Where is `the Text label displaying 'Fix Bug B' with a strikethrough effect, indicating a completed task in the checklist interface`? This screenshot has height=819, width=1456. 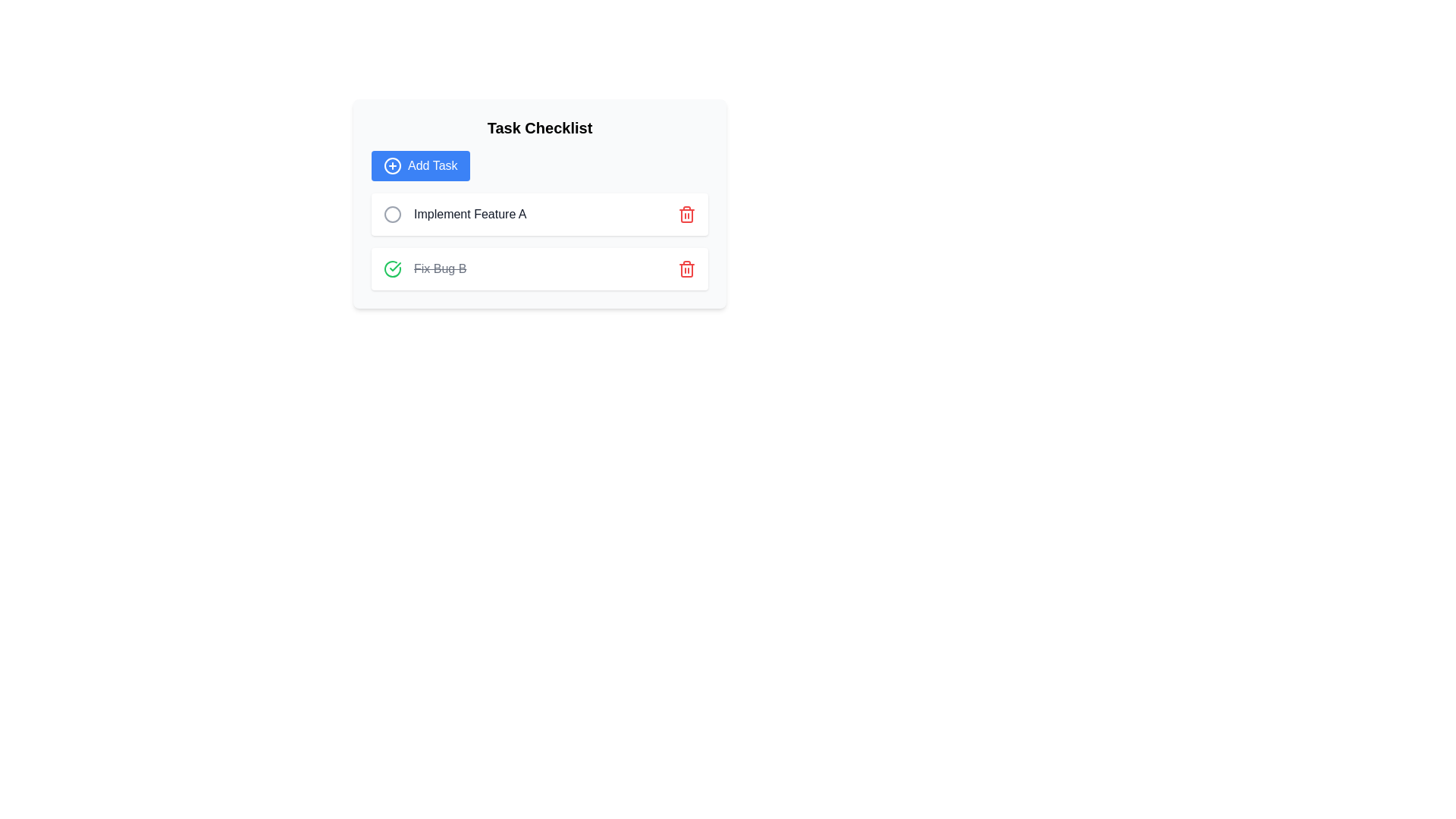 the Text label displaying 'Fix Bug B' with a strikethrough effect, indicating a completed task in the checklist interface is located at coordinates (439, 268).